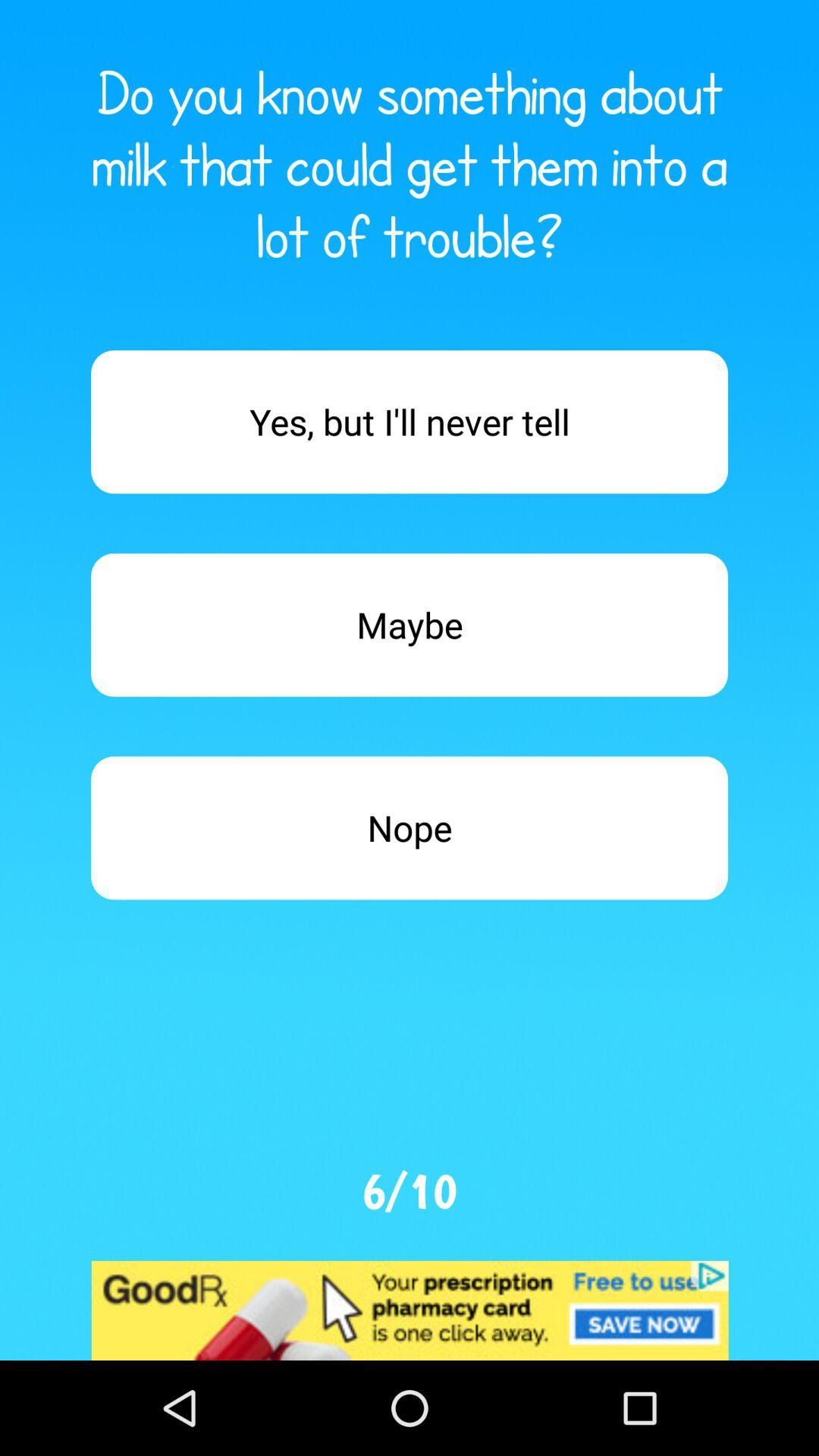  What do you see at coordinates (409, 1310) in the screenshot?
I see `advertisement` at bounding box center [409, 1310].